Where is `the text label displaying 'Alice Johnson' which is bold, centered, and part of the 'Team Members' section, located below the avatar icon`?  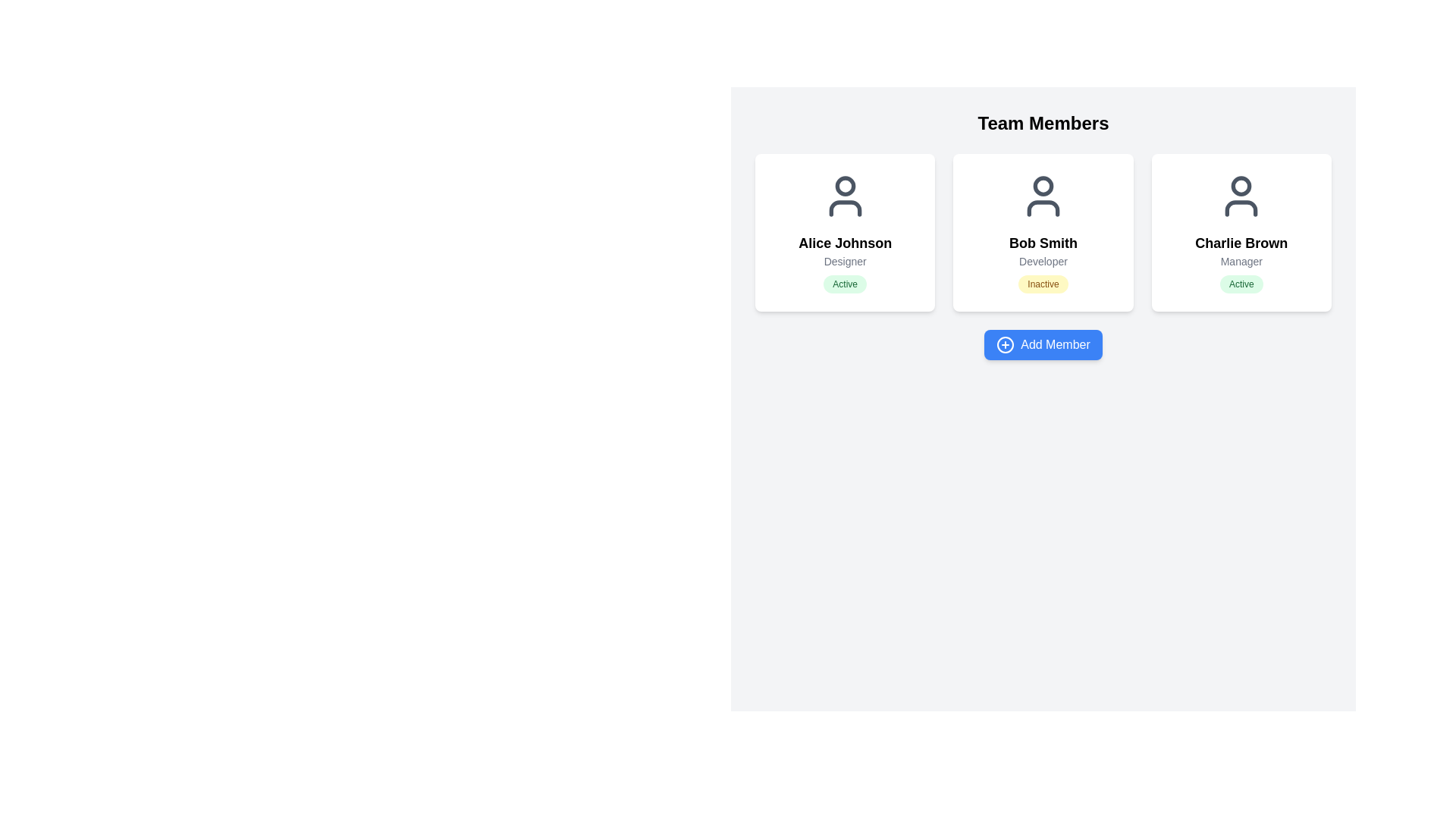 the text label displaying 'Alice Johnson' which is bold, centered, and part of the 'Team Members' section, located below the avatar icon is located at coordinates (844, 242).